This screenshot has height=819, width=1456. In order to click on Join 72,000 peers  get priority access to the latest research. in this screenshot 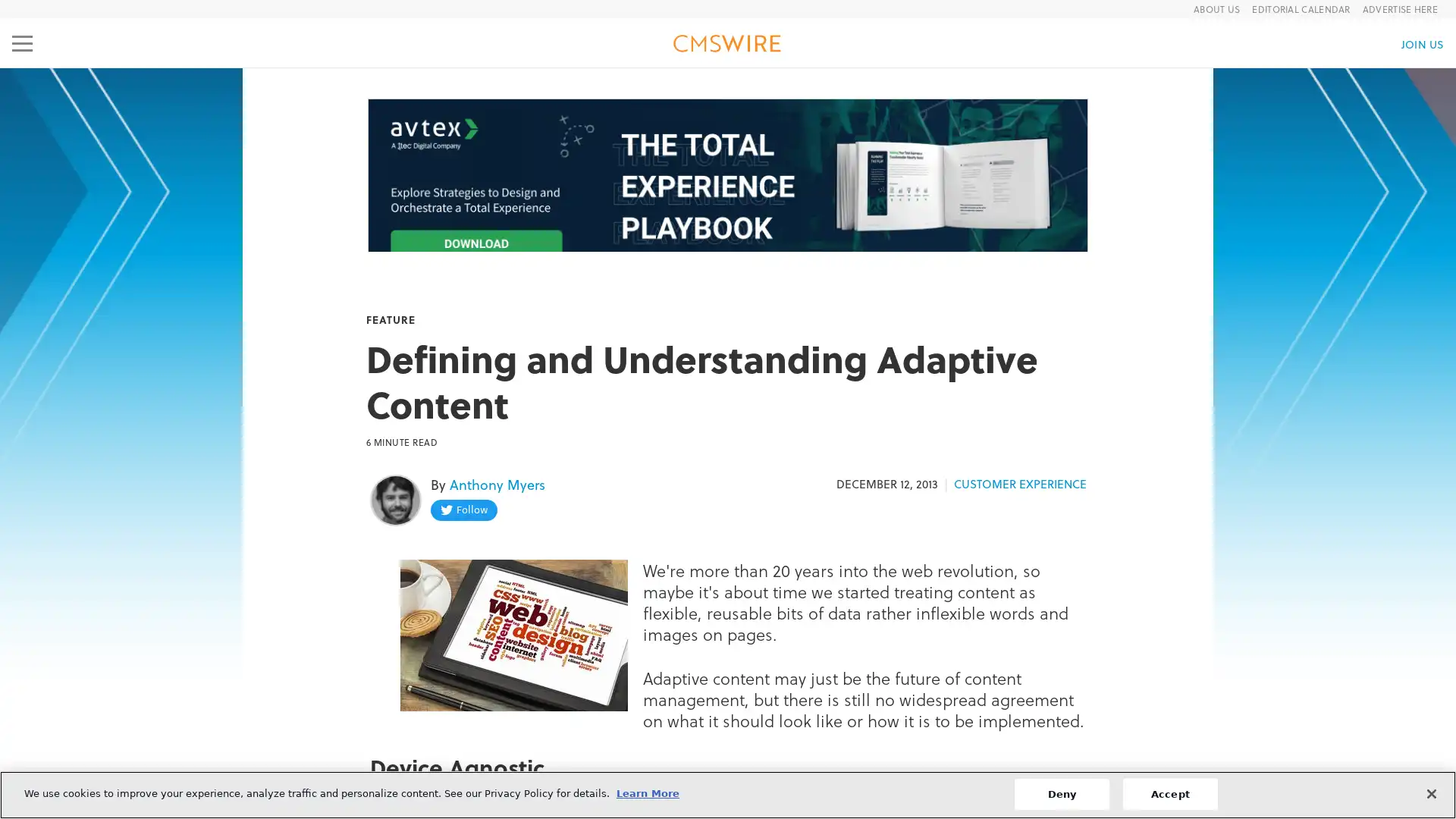, I will do `click(726, 371)`.